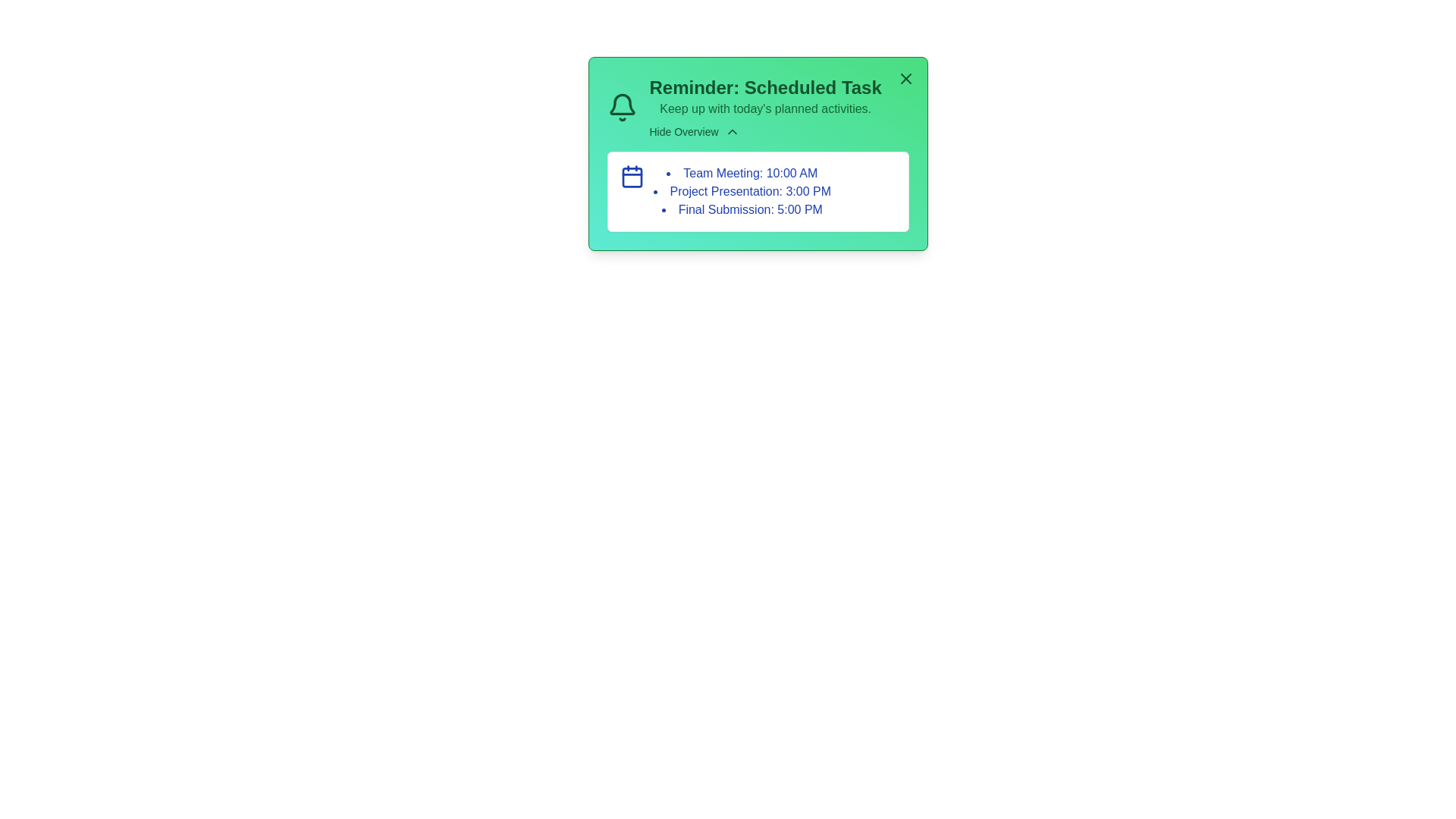 This screenshot has width=1456, height=819. Describe the element at coordinates (622, 107) in the screenshot. I see `the reminder icon by clicking on it` at that location.